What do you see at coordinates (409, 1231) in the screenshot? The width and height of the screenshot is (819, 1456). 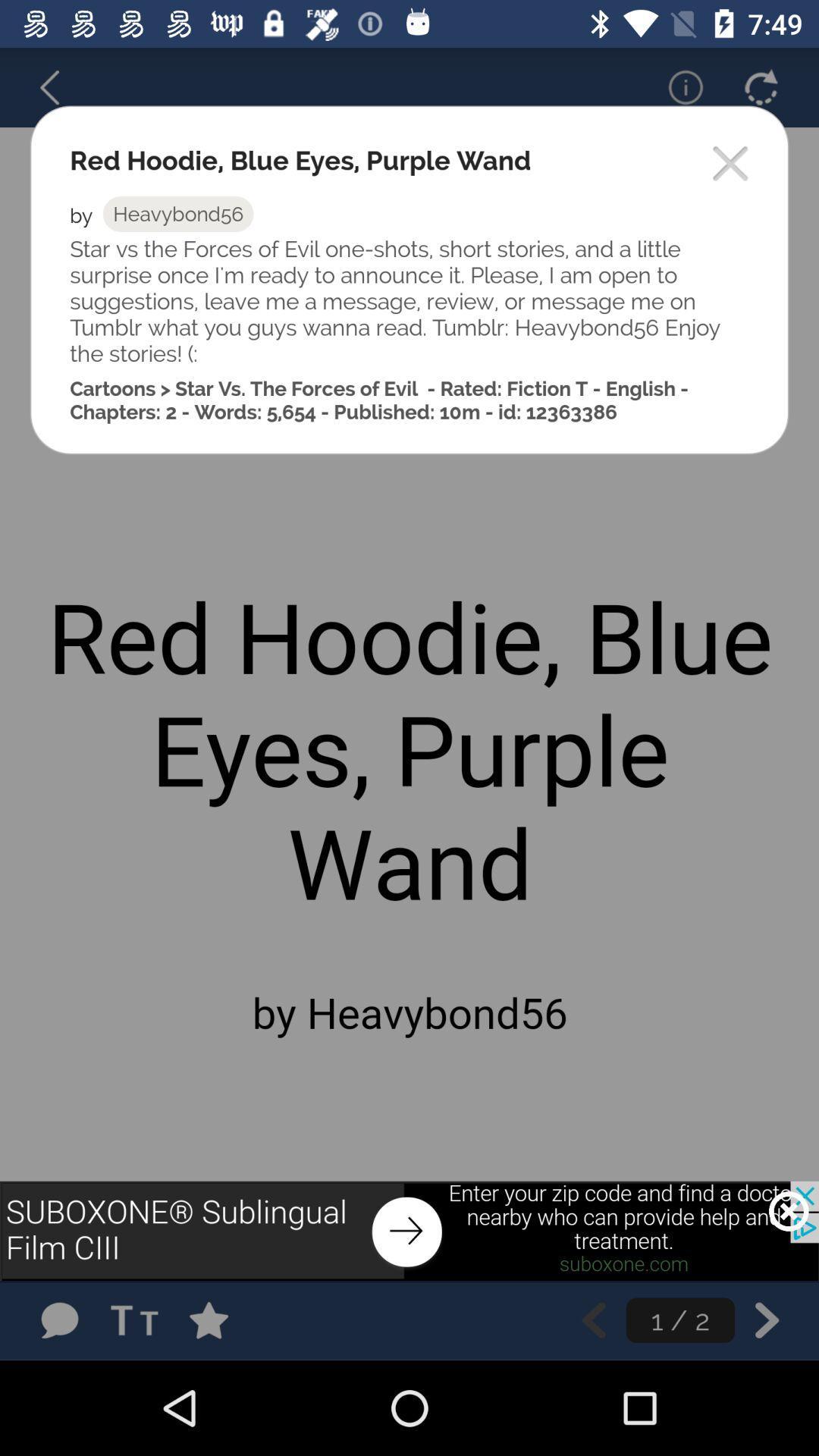 I see `pop-up advertisement banner` at bounding box center [409, 1231].